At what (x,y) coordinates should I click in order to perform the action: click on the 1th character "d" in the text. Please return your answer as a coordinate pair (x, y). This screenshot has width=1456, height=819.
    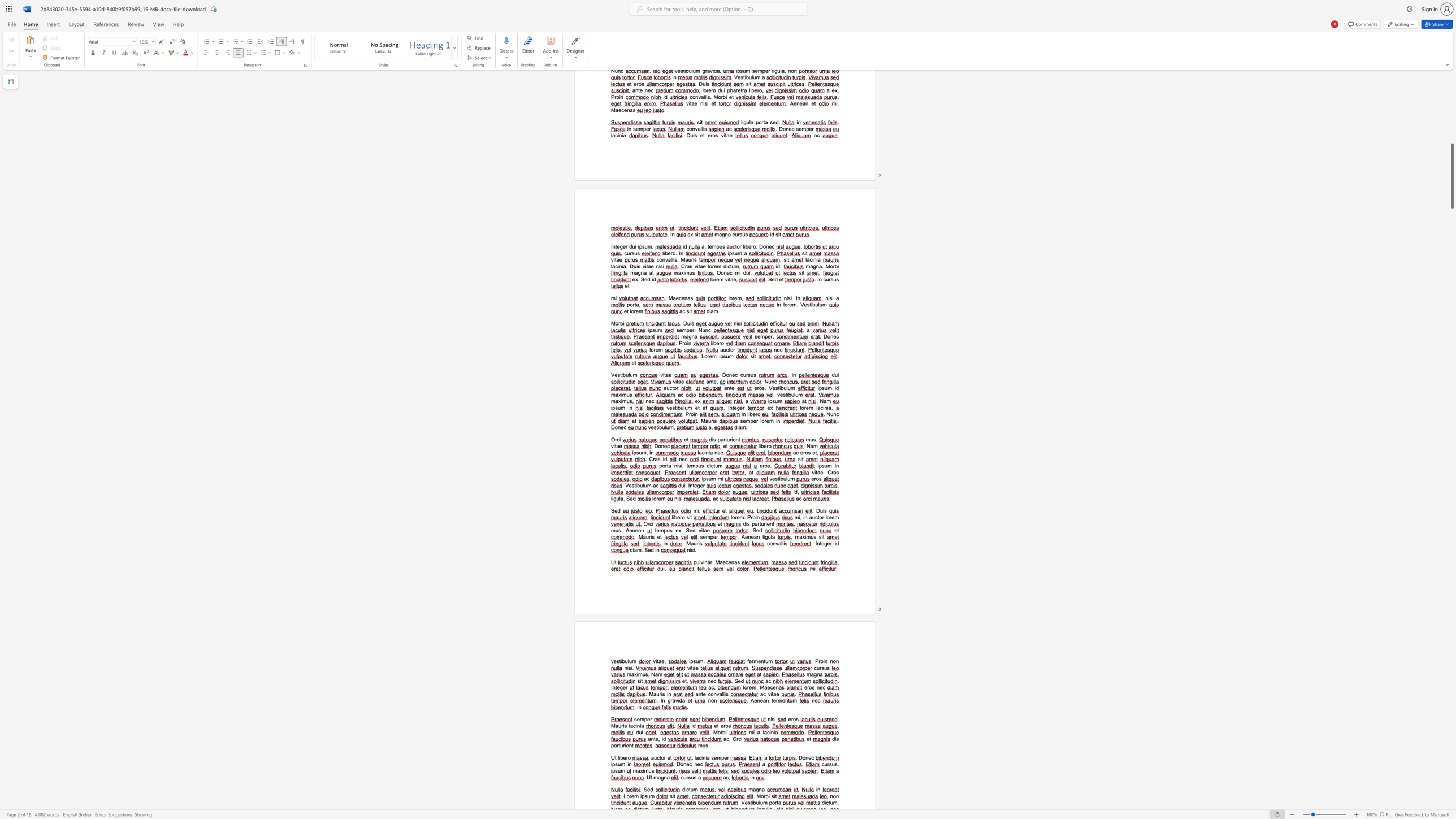
    Looking at the image, I should click on (837, 543).